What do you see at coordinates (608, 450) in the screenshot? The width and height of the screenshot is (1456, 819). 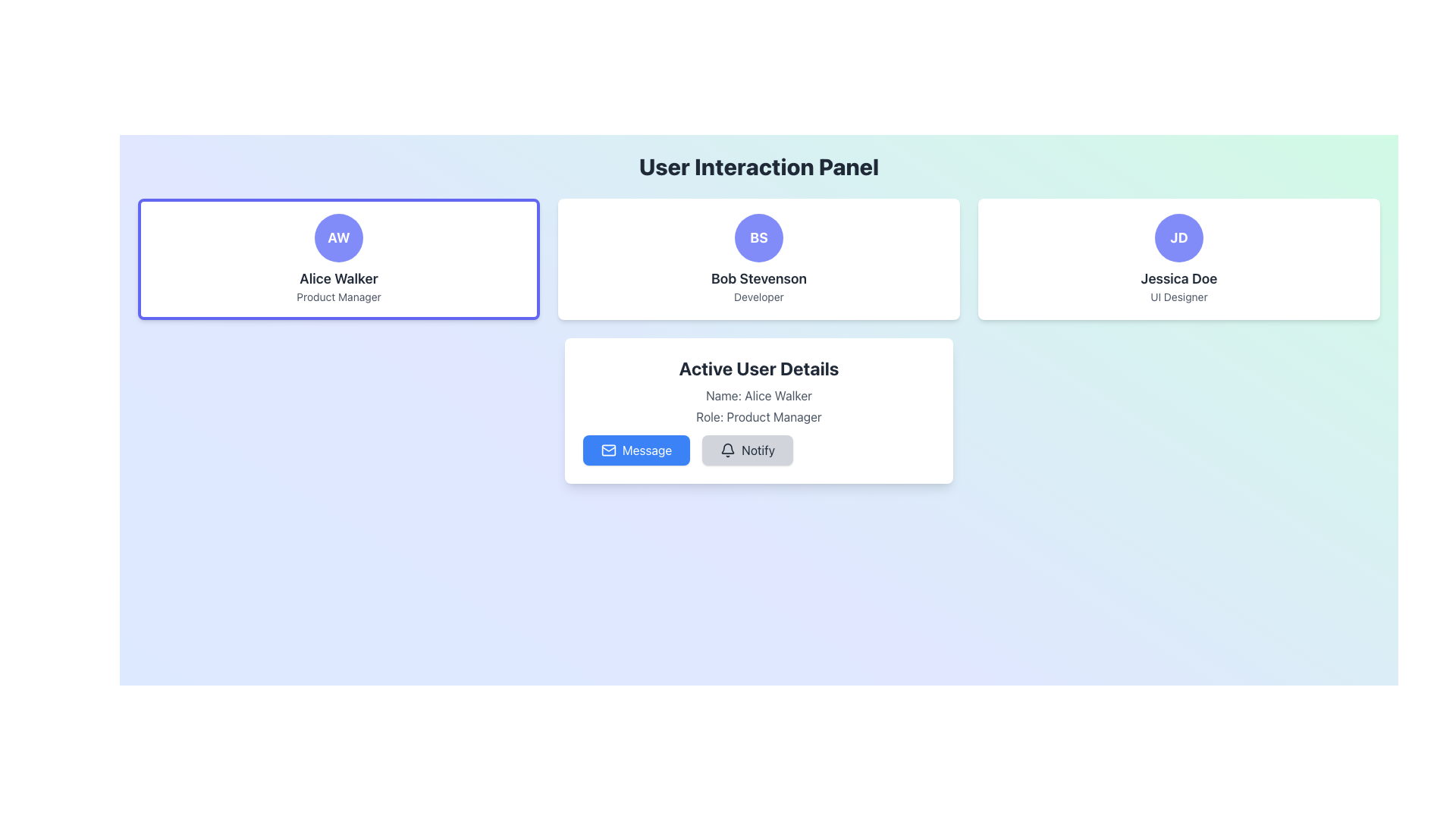 I see `the decorative mail icon located to the left of the 'Message' text within the blue 'Message' button in the Active User Details section` at bounding box center [608, 450].